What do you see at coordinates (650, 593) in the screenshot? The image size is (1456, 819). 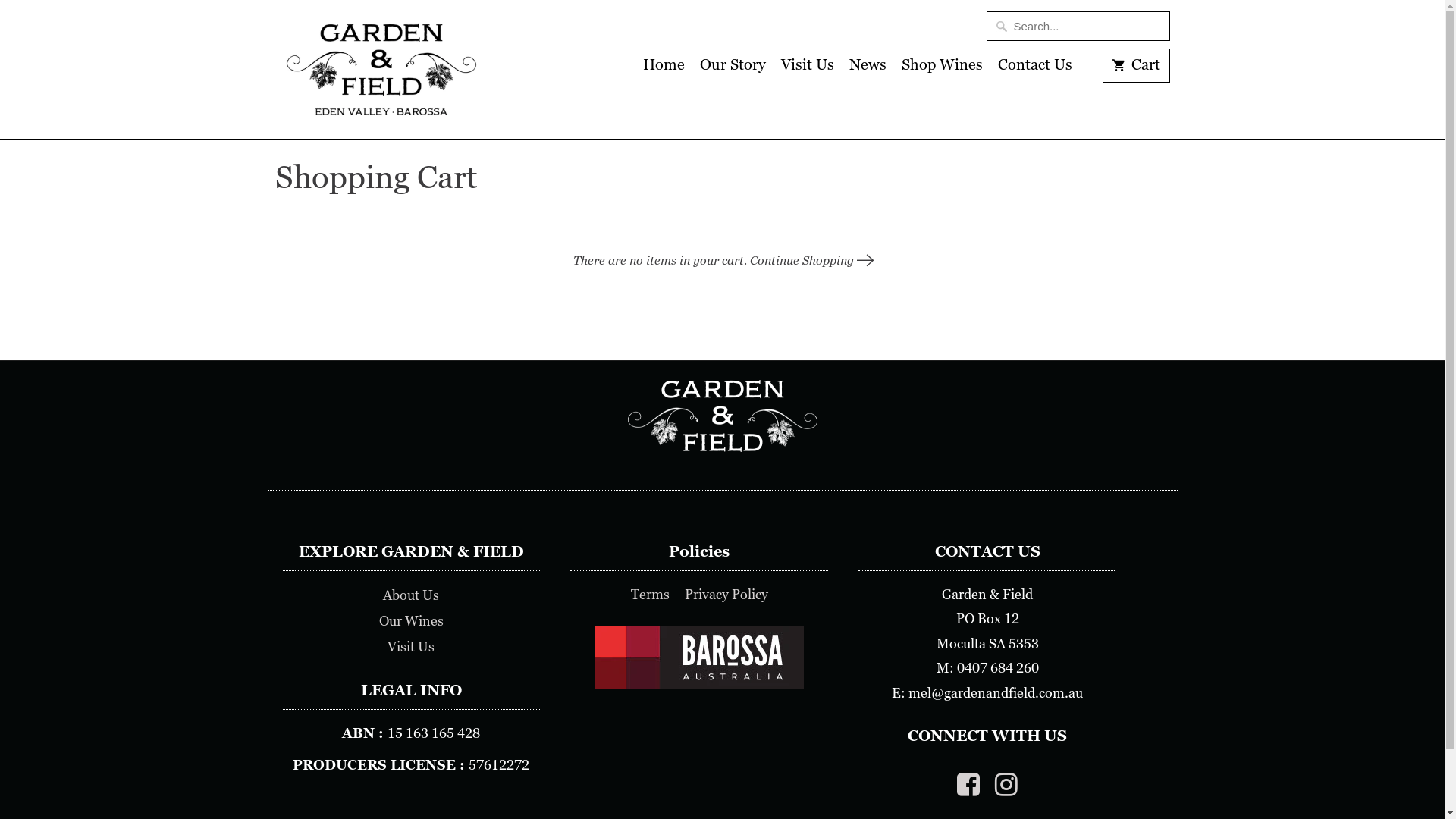 I see `'Terms'` at bounding box center [650, 593].